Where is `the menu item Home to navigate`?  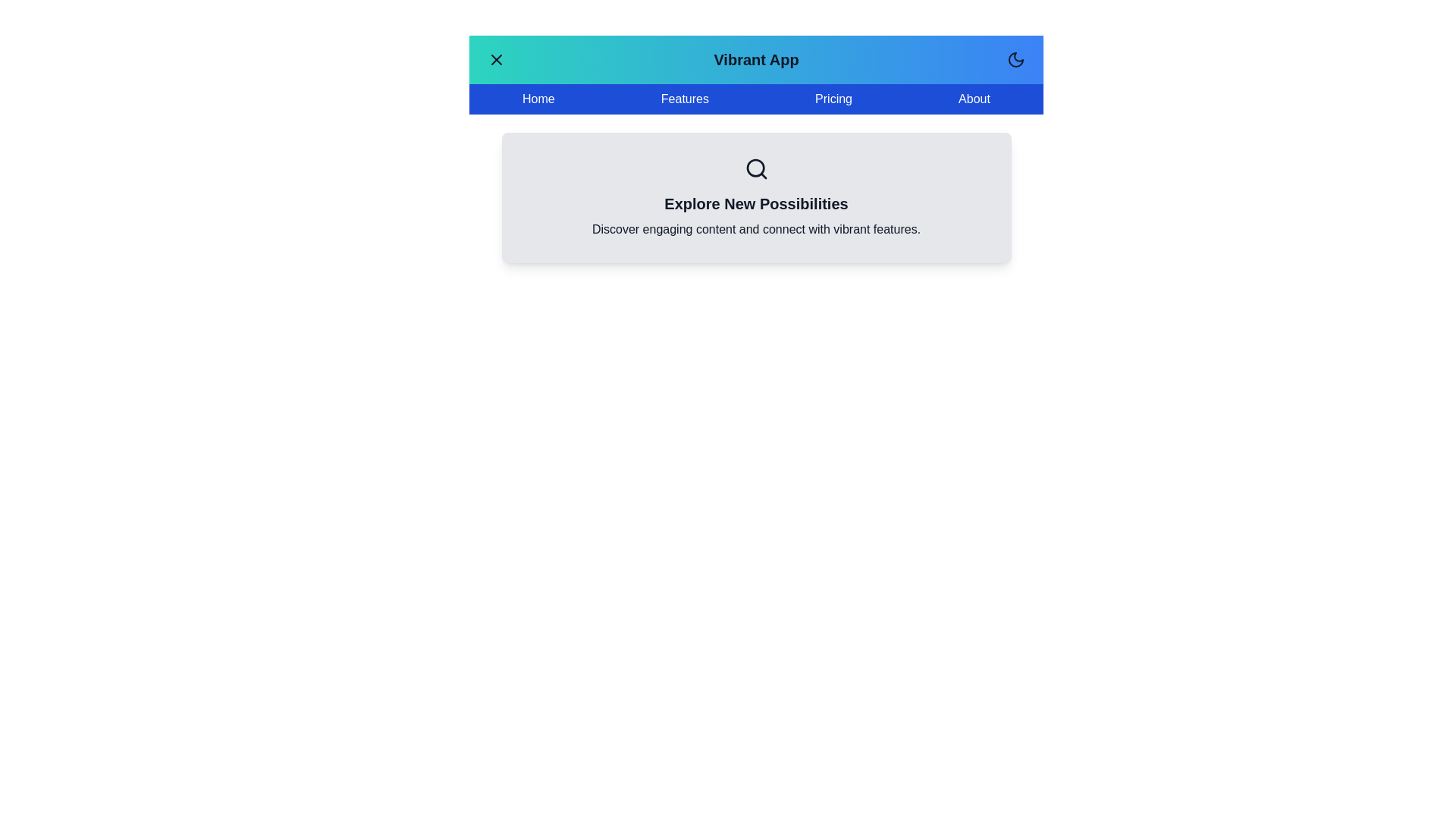 the menu item Home to navigate is located at coordinates (538, 99).